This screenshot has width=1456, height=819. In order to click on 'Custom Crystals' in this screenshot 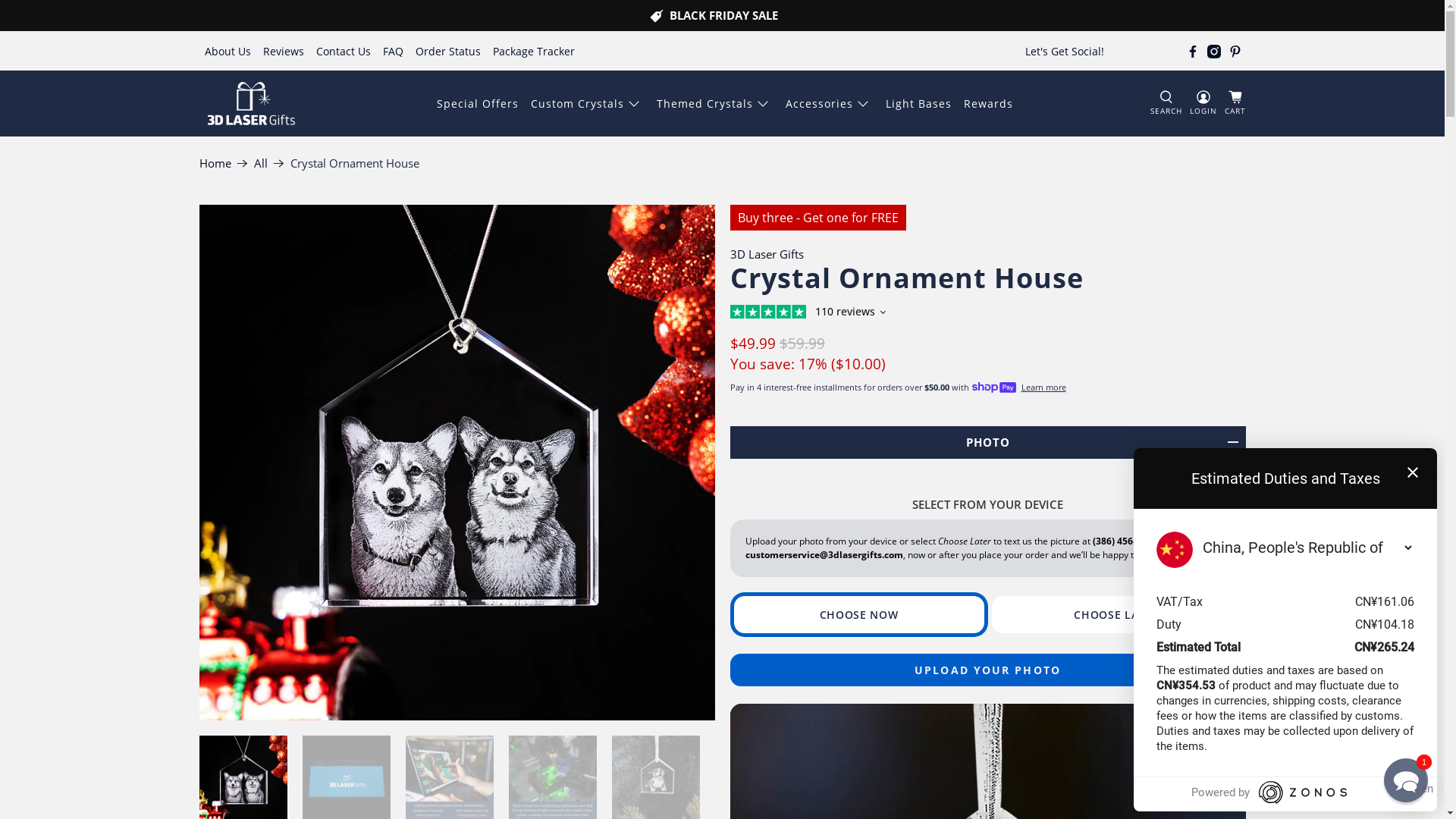, I will do `click(586, 102)`.